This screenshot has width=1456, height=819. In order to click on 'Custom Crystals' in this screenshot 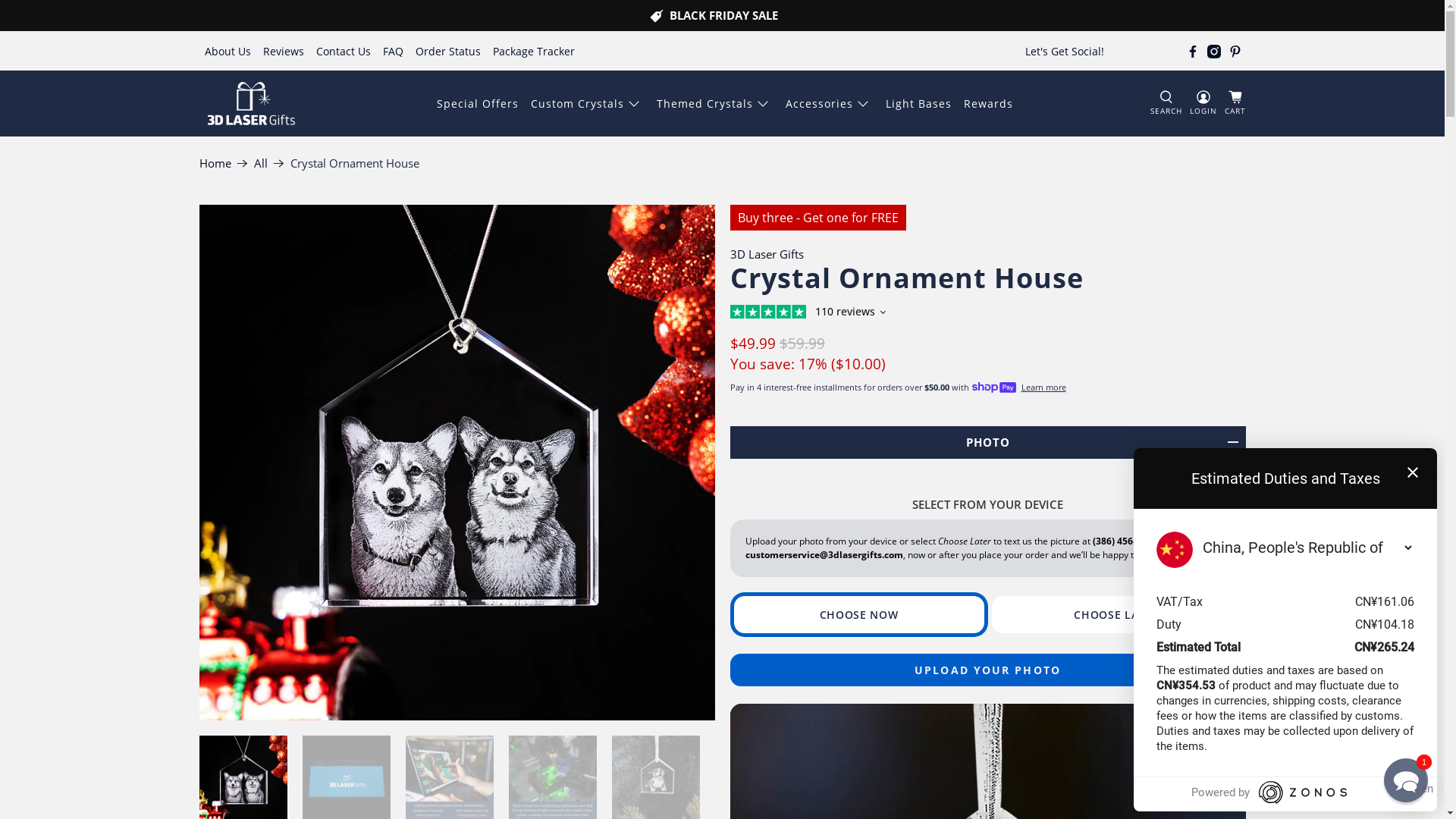, I will do `click(586, 102)`.